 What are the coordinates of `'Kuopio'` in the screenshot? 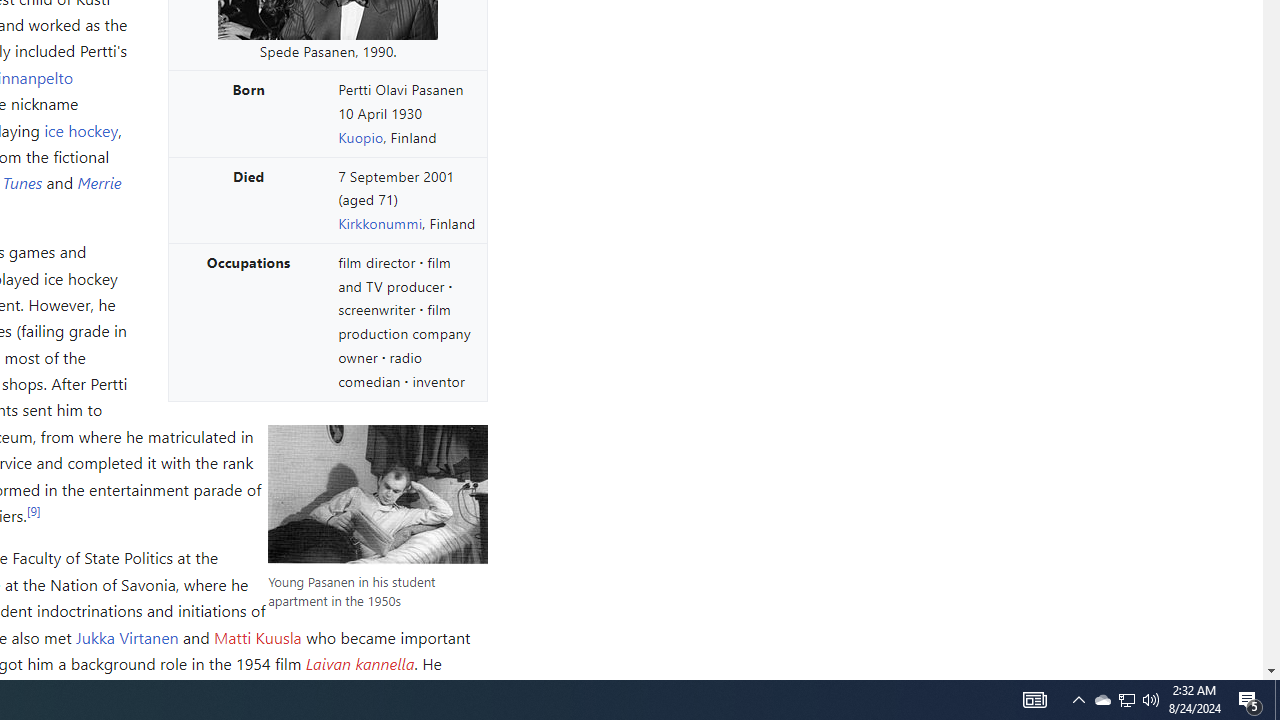 It's located at (360, 135).